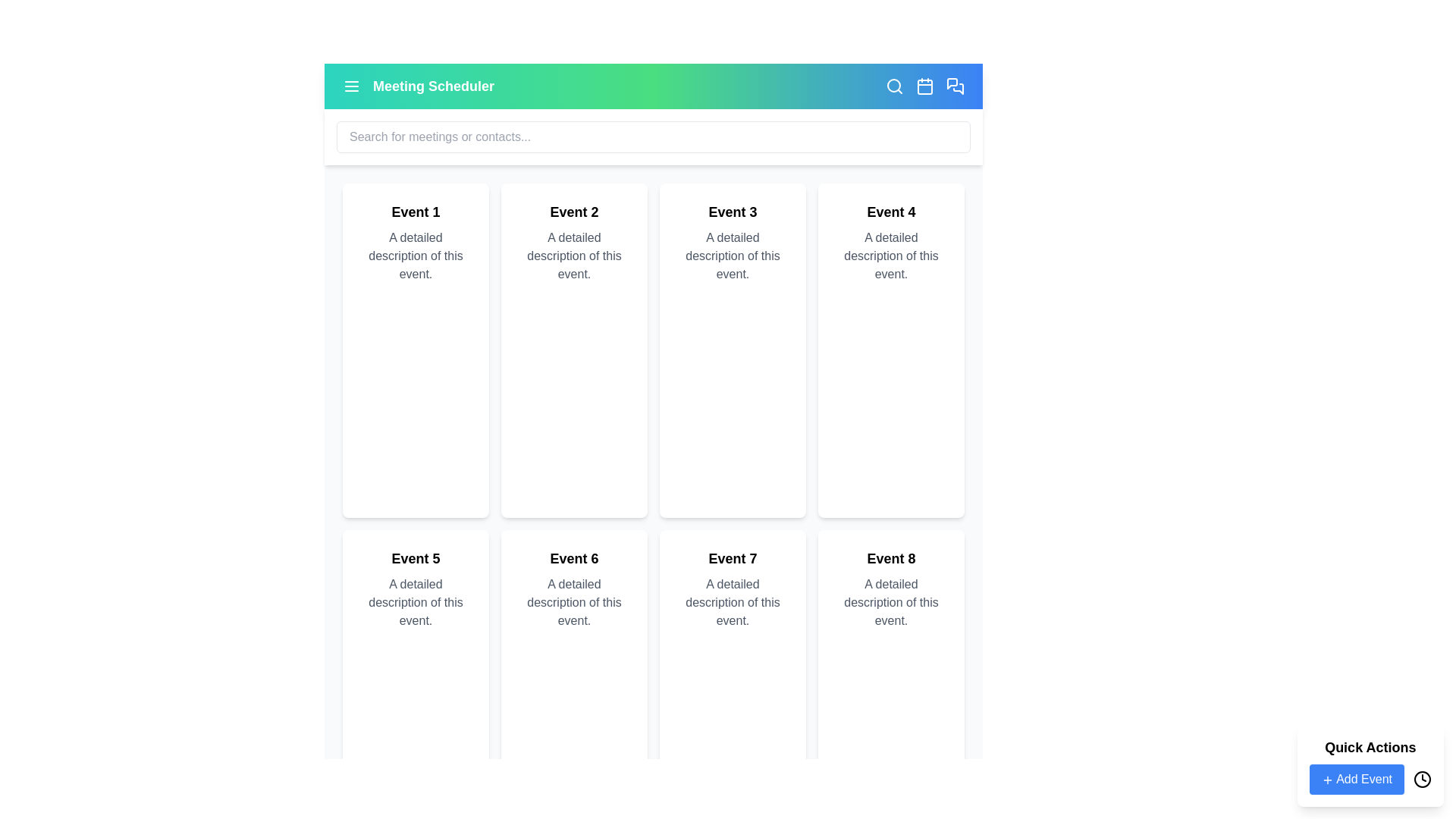 This screenshot has width=1456, height=819. Describe the element at coordinates (416, 601) in the screenshot. I see `text block that contains 'A detailed description of this event.' located below the 'Event 5' header in the card` at that location.